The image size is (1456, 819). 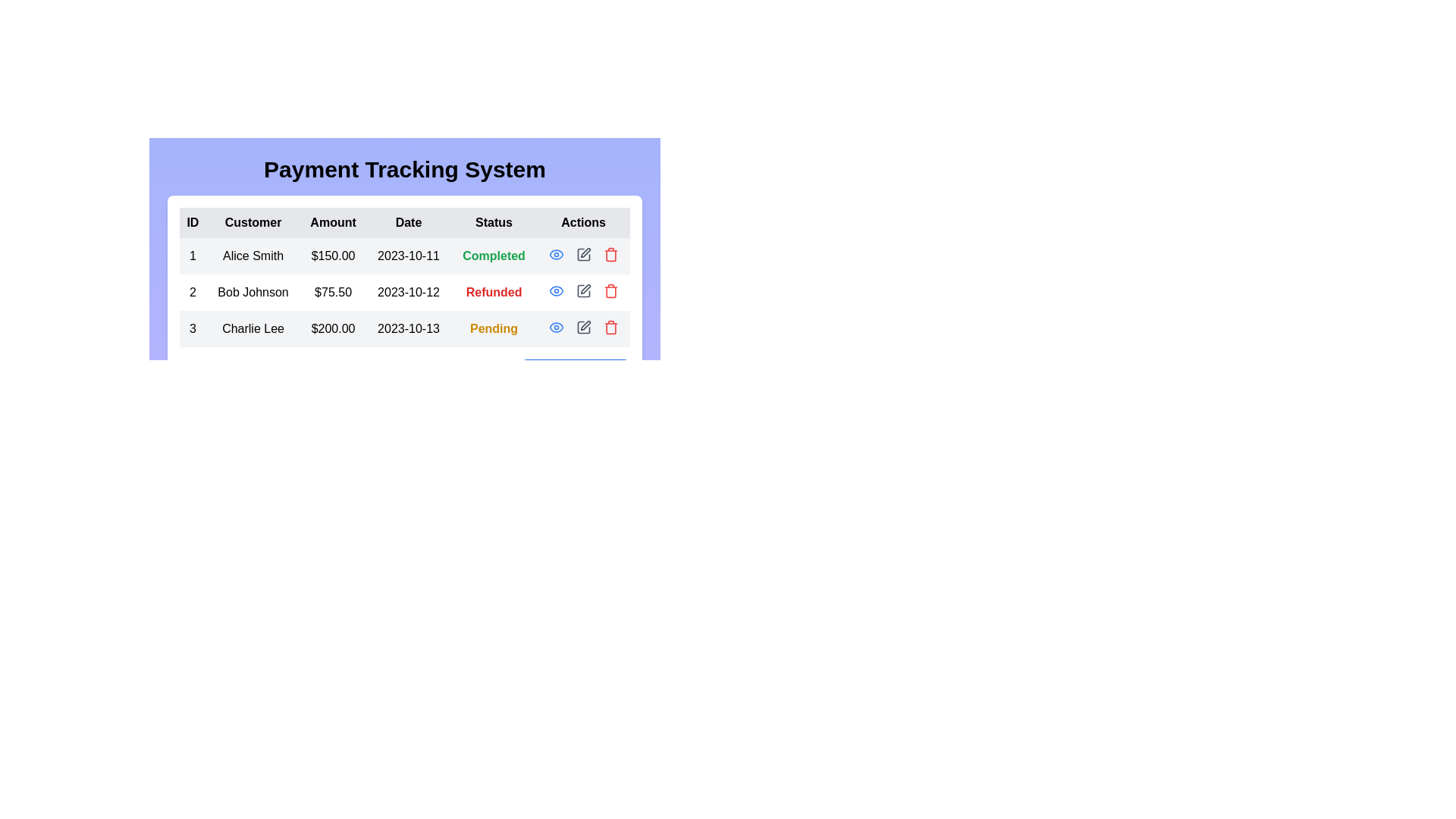 What do you see at coordinates (582, 253) in the screenshot?
I see `the edit icon associated with the entry for 'Bob Johnson' in the Actions column of the table` at bounding box center [582, 253].